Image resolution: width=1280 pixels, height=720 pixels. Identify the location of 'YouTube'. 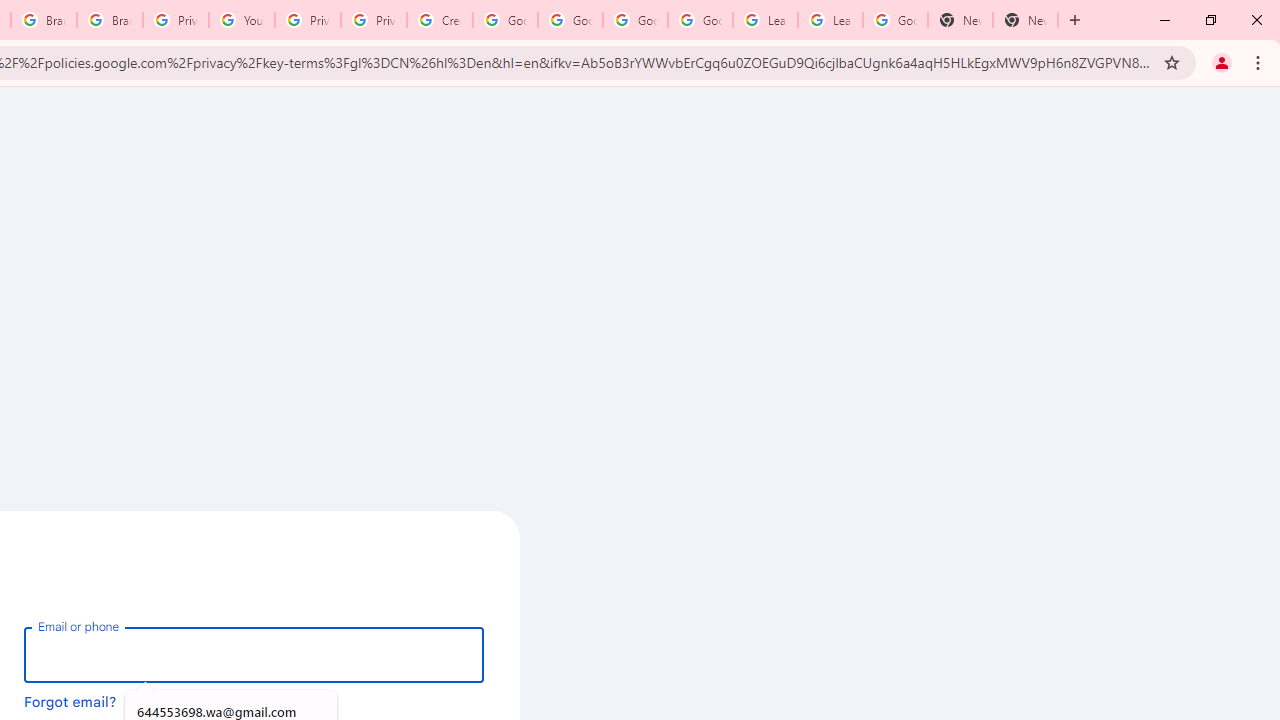
(240, 20).